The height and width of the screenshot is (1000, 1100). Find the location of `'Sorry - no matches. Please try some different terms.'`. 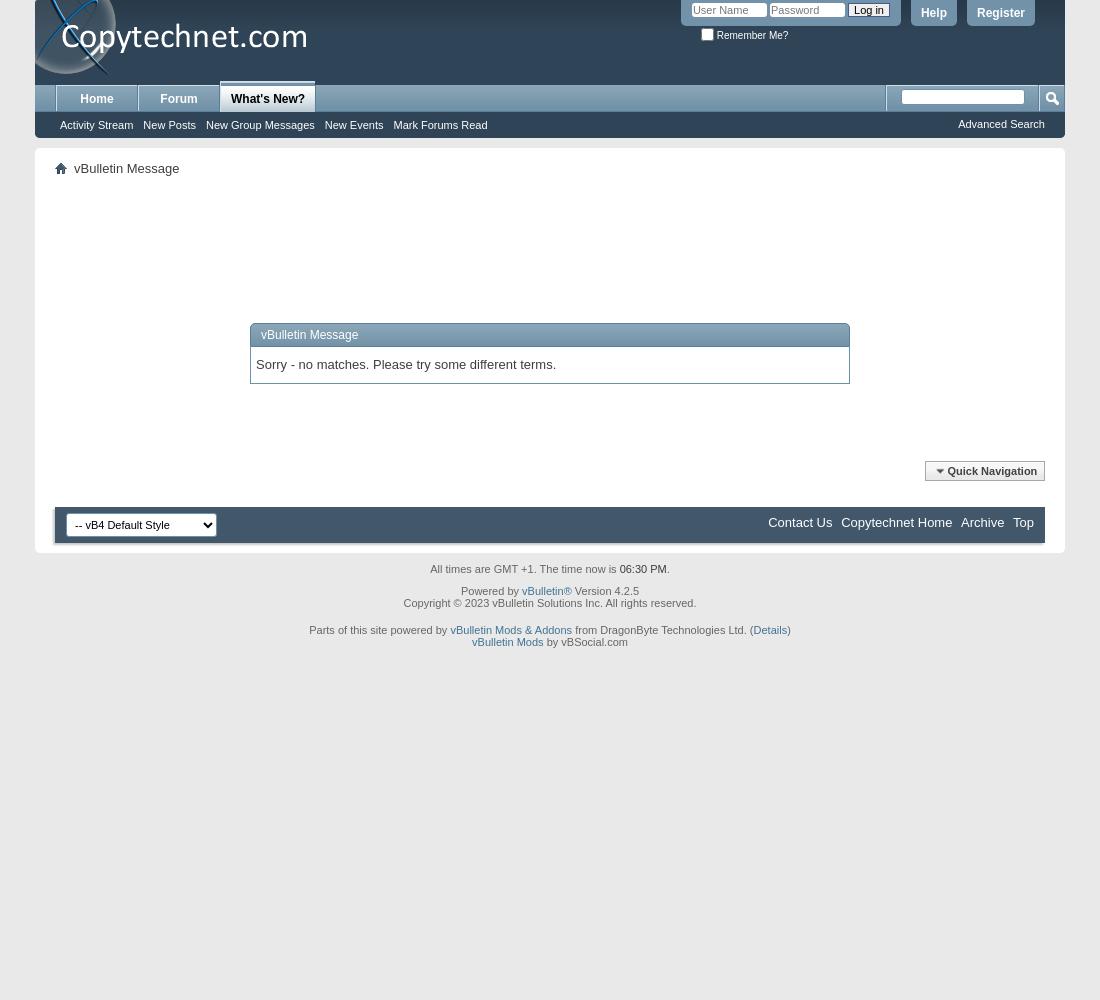

'Sorry - no matches. Please try some different terms.' is located at coordinates (406, 362).